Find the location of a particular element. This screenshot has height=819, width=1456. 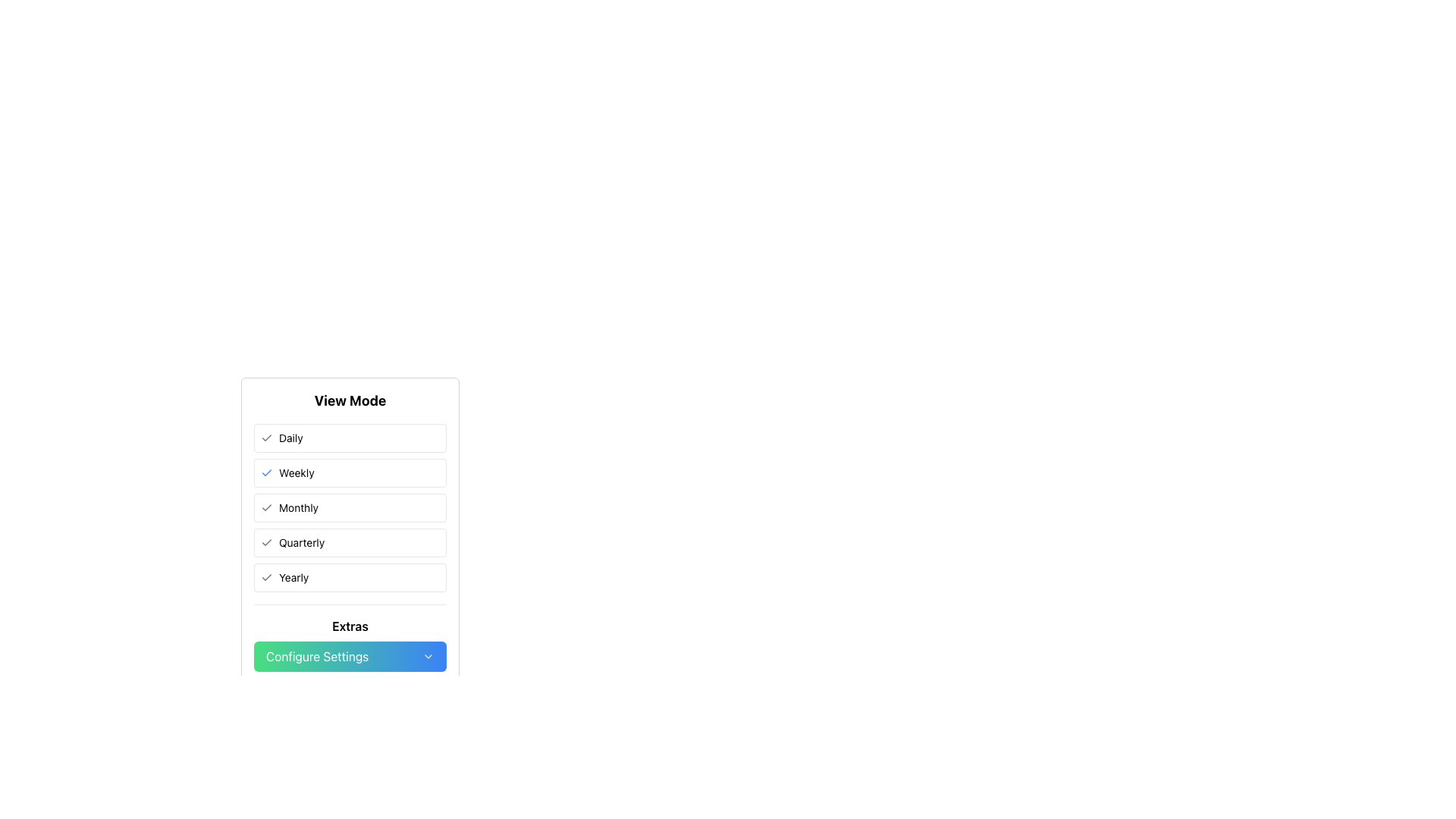

text label for the 'Monthly' selection option located in the third item of a vertical list of options is located at coordinates (298, 508).